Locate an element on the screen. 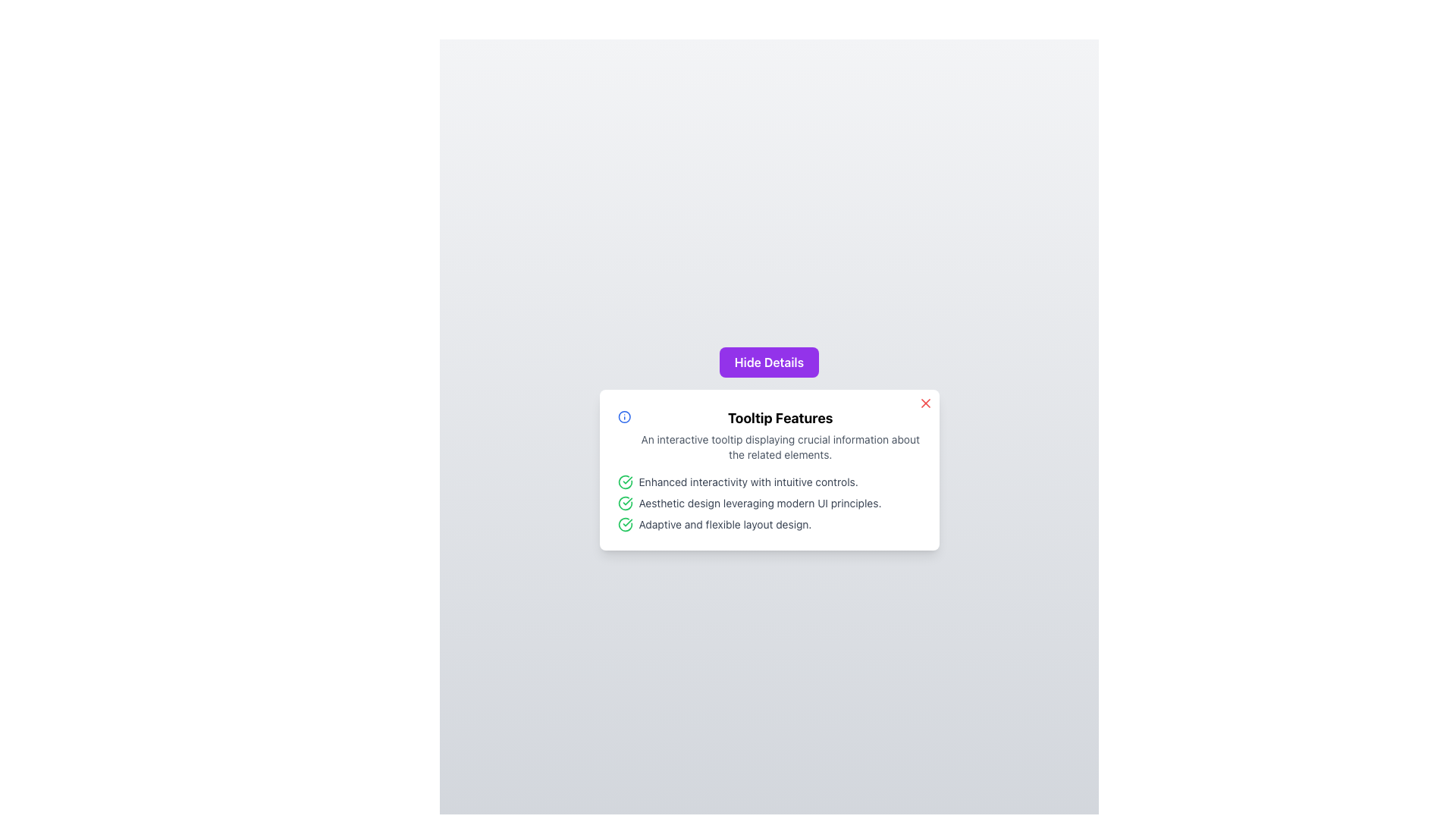  the button that hides the tooltip is located at coordinates (769, 362).